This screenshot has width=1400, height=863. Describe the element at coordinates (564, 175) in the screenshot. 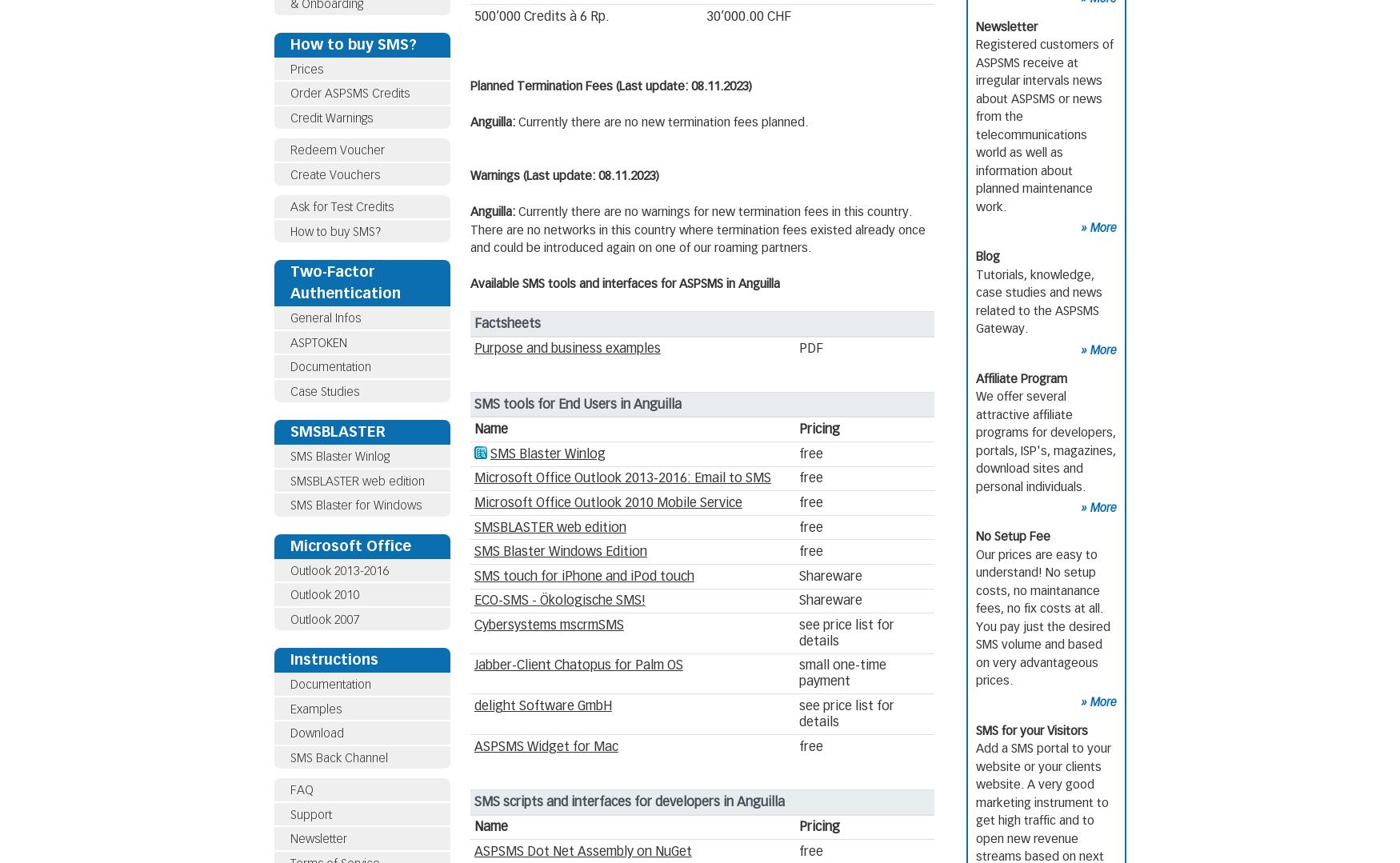

I see `'Warnings (Last update: 08.11.2023)'` at that location.